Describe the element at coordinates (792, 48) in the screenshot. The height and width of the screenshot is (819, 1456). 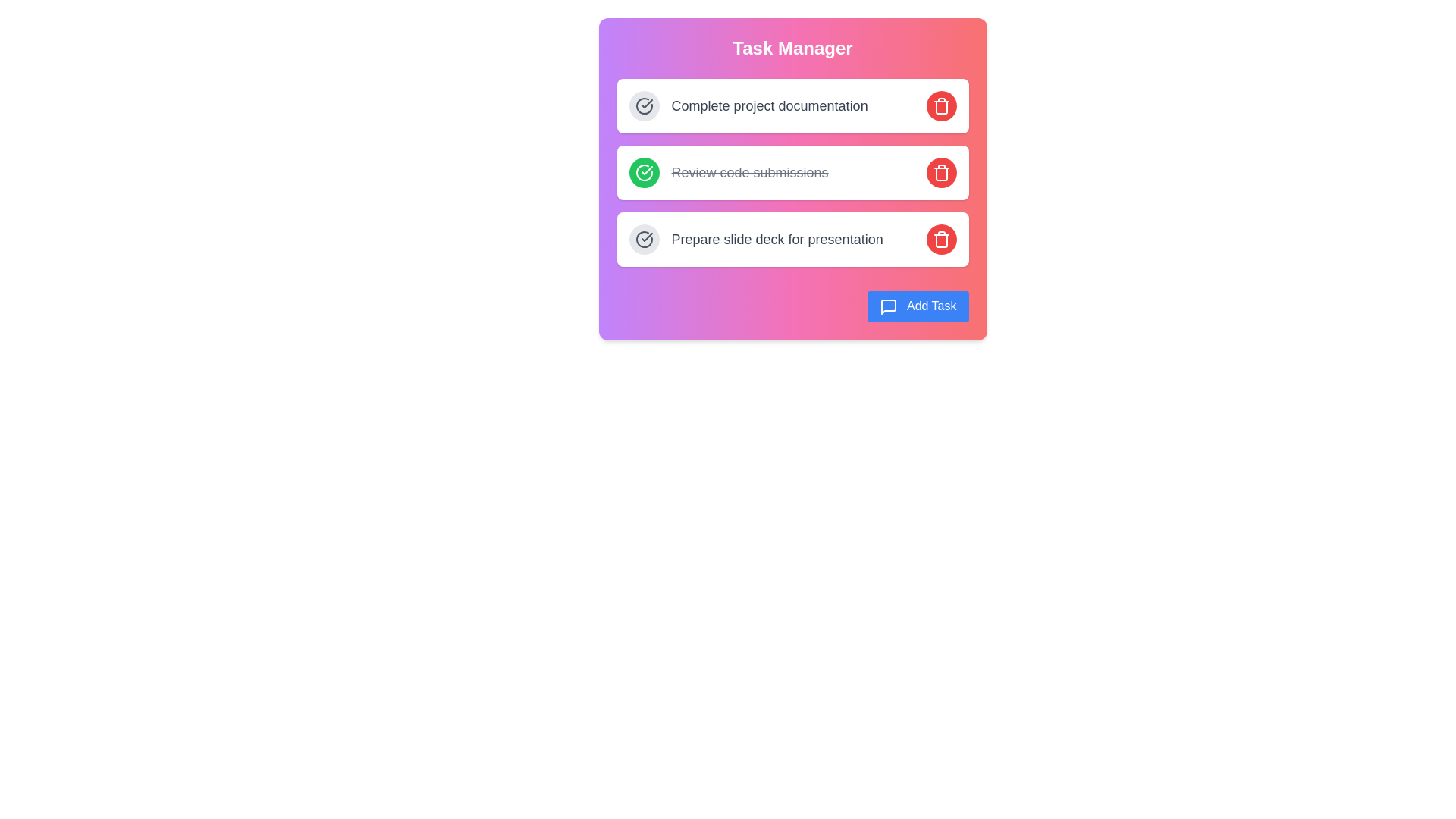
I see `the heading text block labeled 'Task Manager', which is styled with large, bold, and centered white text against a gradient background` at that location.